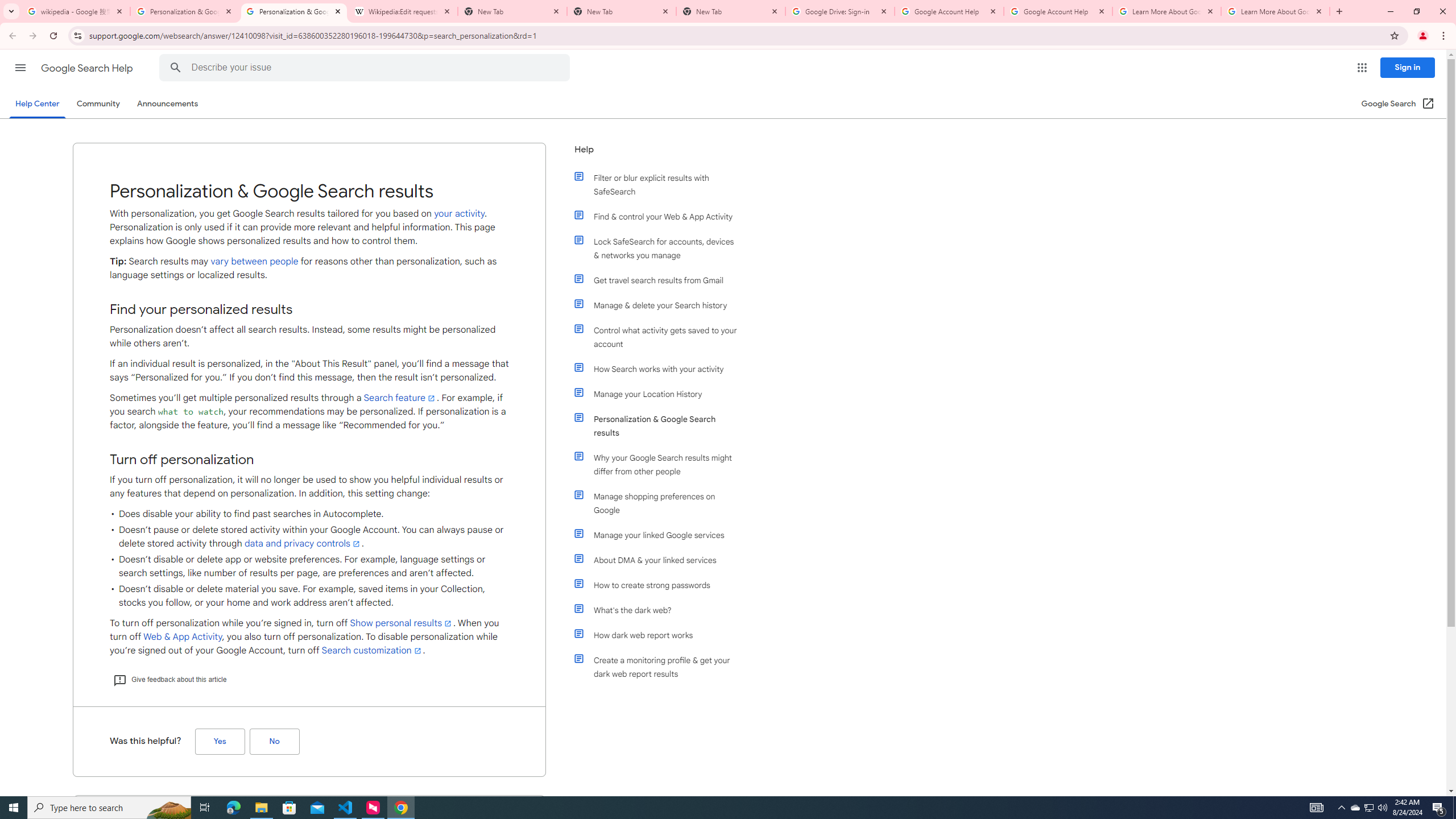 The width and height of the screenshot is (1456, 819). Describe the element at coordinates (401, 623) in the screenshot. I see `'Show personal results'` at that location.